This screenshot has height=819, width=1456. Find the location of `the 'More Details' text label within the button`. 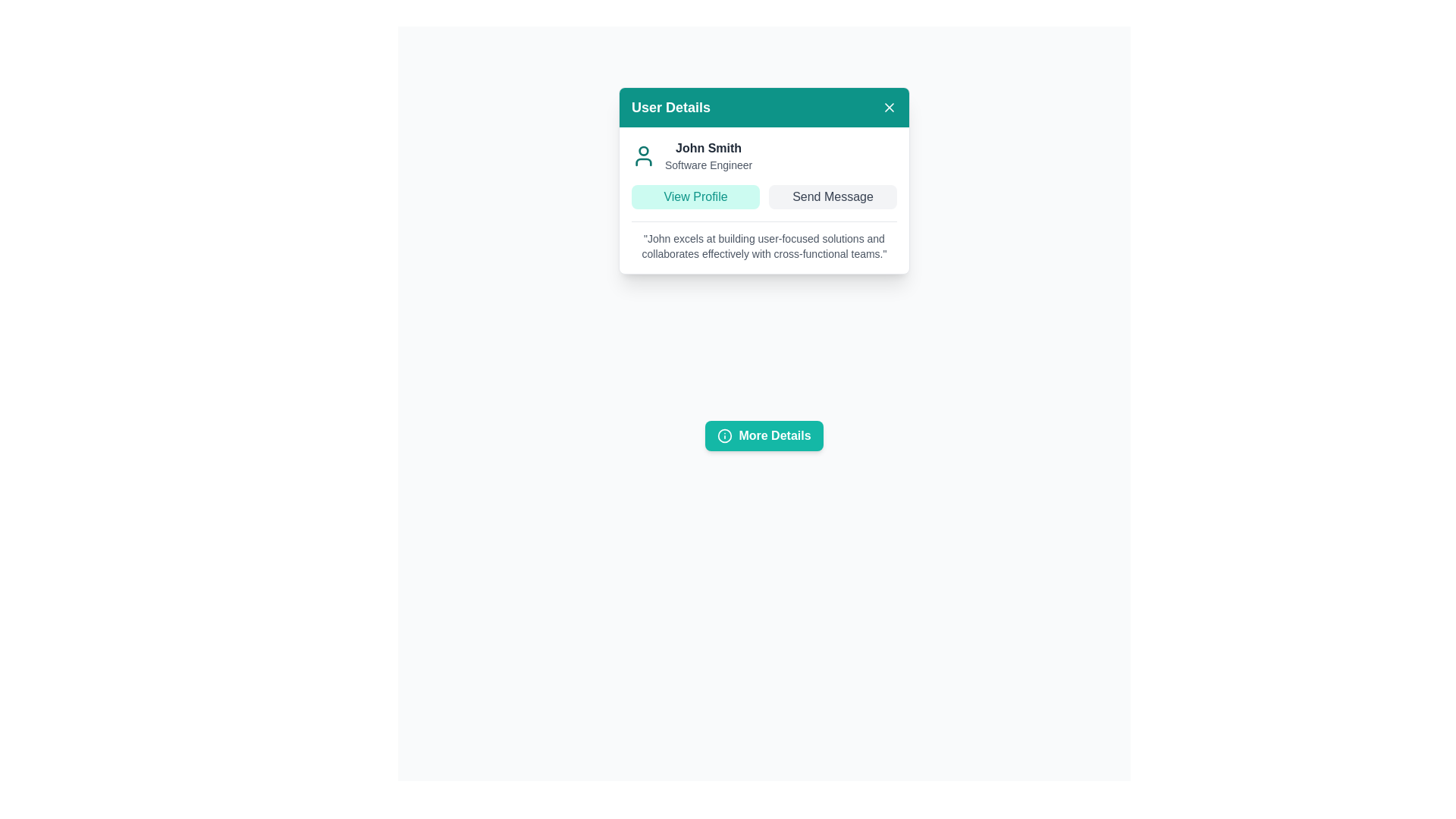

the 'More Details' text label within the button is located at coordinates (775, 435).